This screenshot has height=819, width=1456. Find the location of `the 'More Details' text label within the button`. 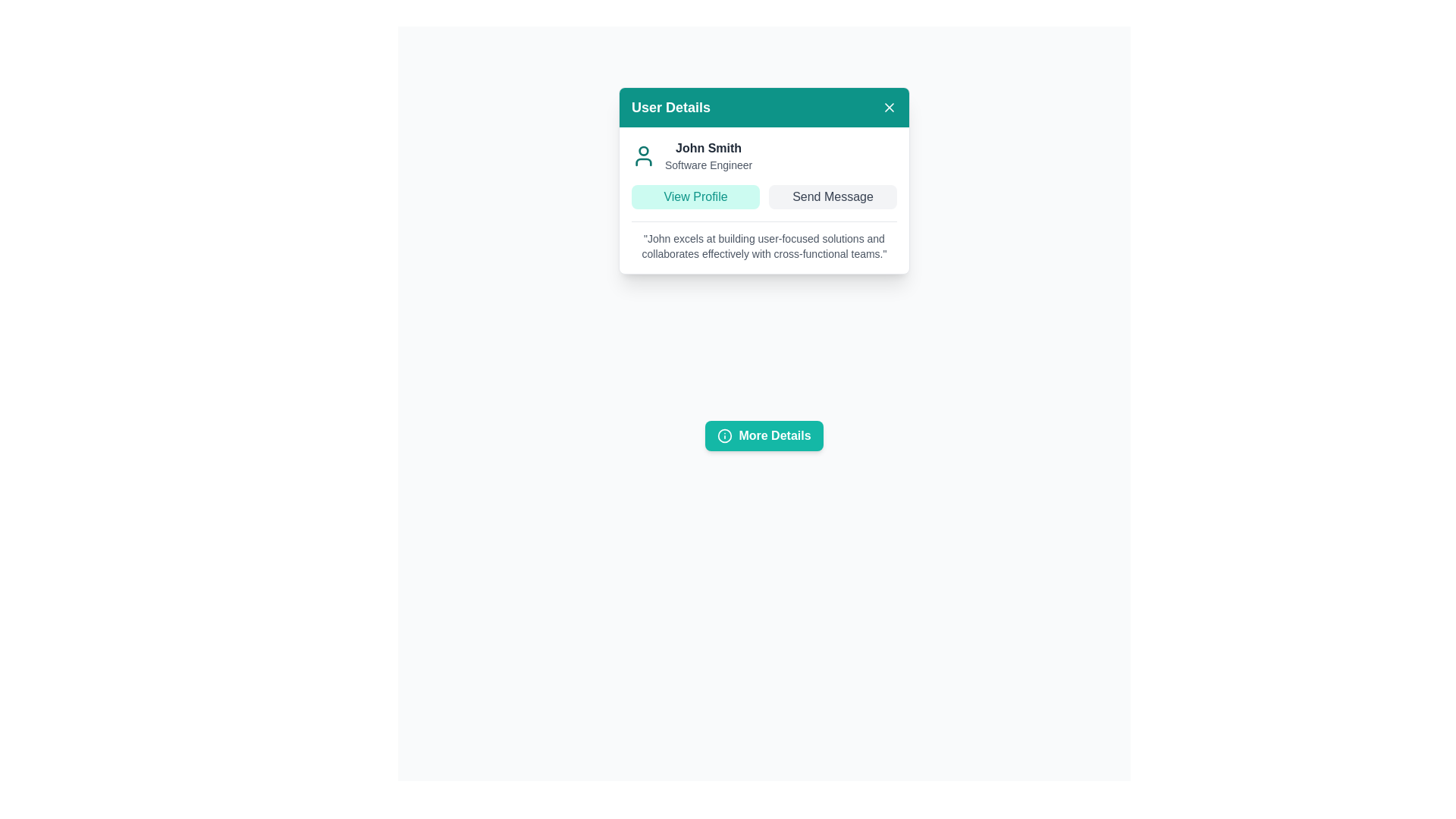

the 'More Details' text label within the button is located at coordinates (775, 435).